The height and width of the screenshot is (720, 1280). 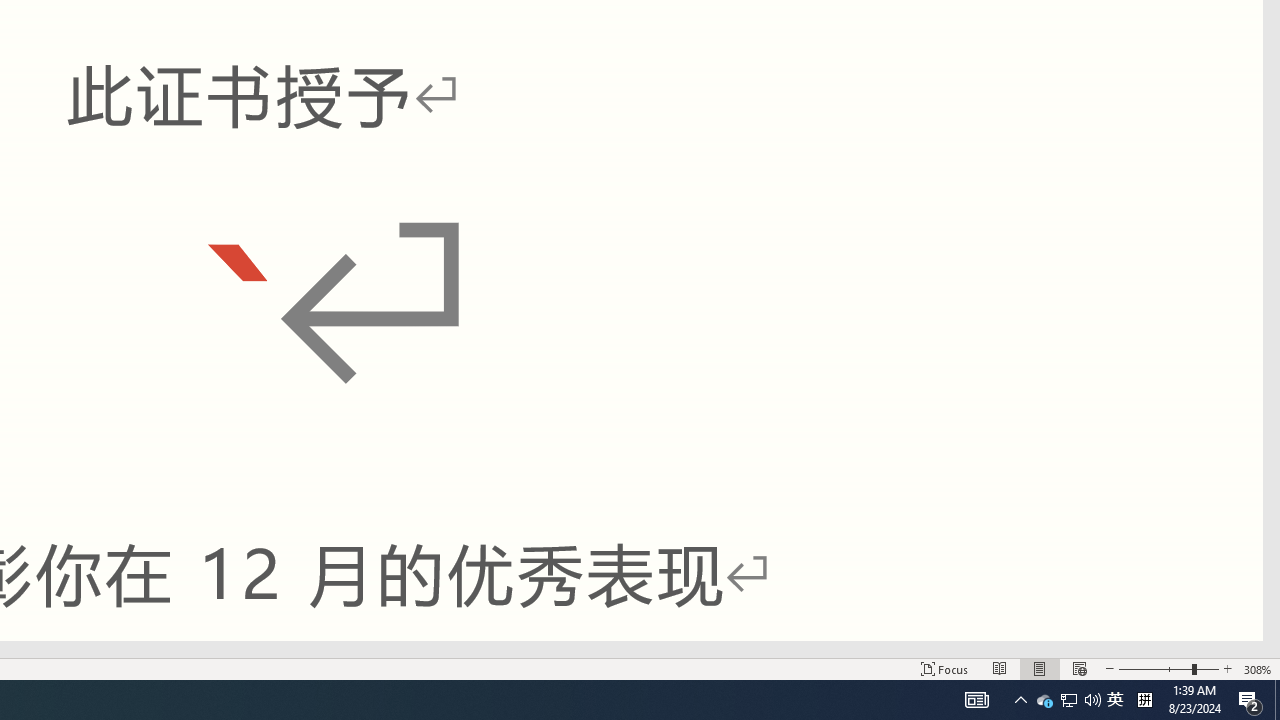 What do you see at coordinates (977, 698) in the screenshot?
I see `'Notification Chevron'` at bounding box center [977, 698].